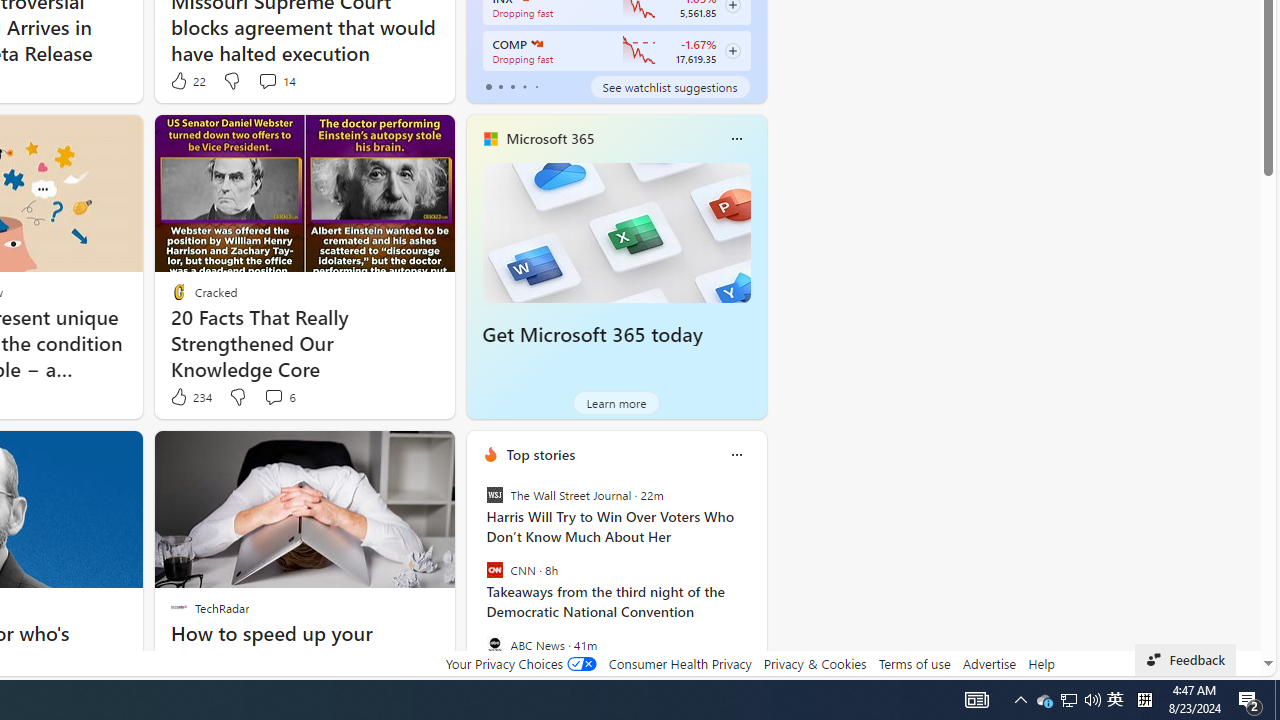 The width and height of the screenshot is (1280, 720). I want to click on 'NASDAQ', so click(536, 43).